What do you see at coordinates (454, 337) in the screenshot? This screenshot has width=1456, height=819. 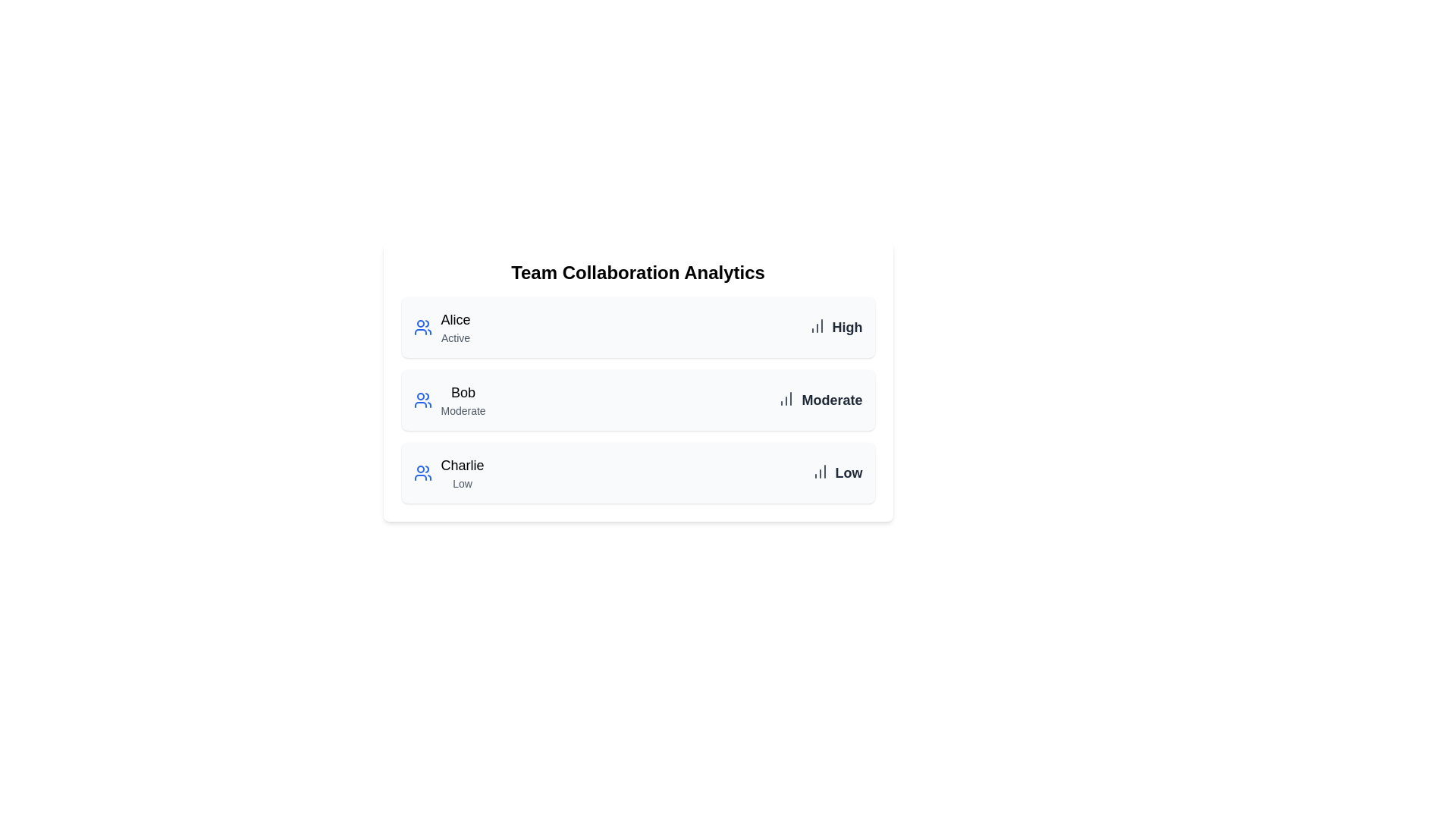 I see `the activity status text for Alice` at bounding box center [454, 337].